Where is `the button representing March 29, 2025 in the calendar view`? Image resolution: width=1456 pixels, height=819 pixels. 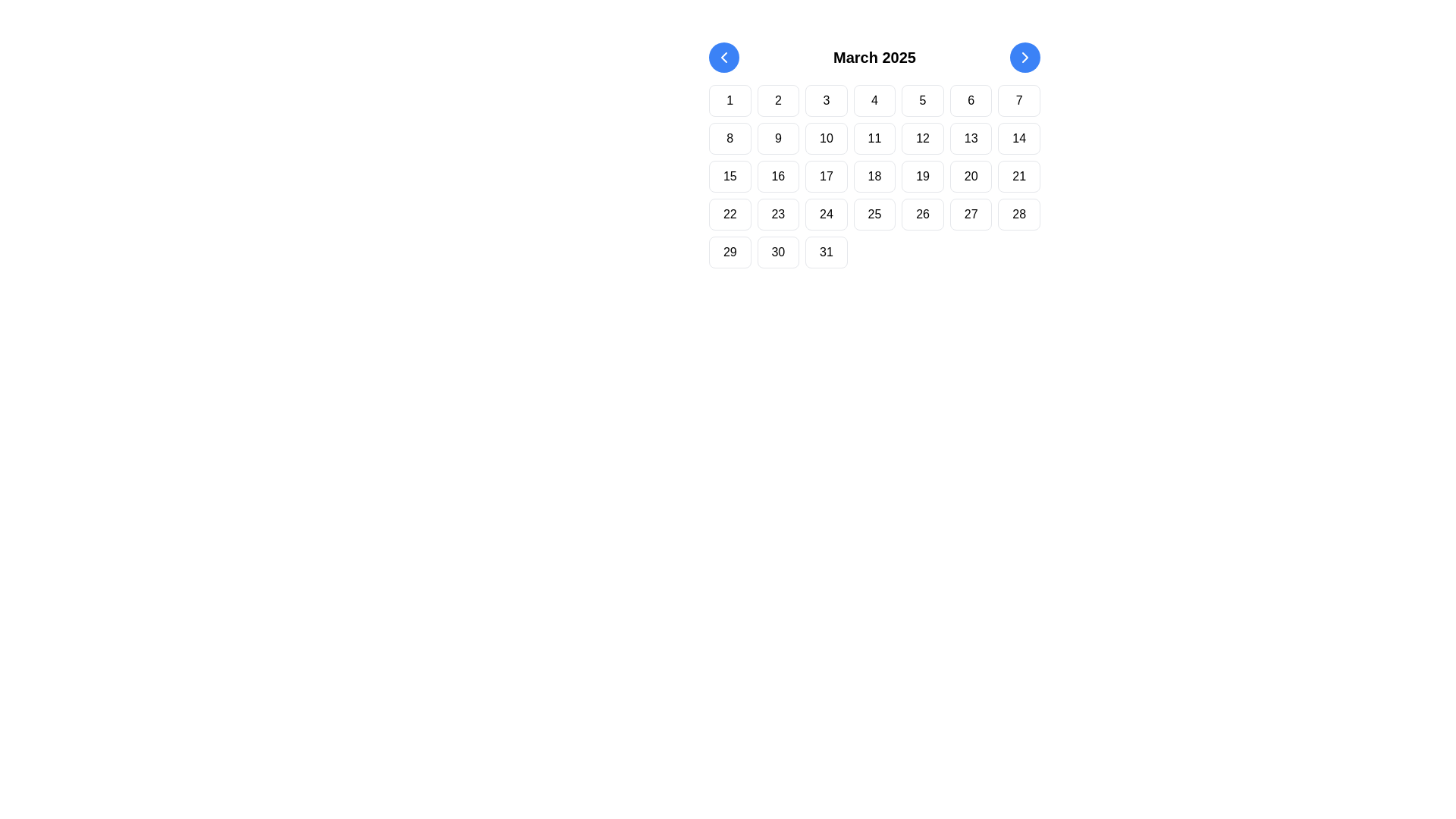 the button representing March 29, 2025 in the calendar view is located at coordinates (730, 251).